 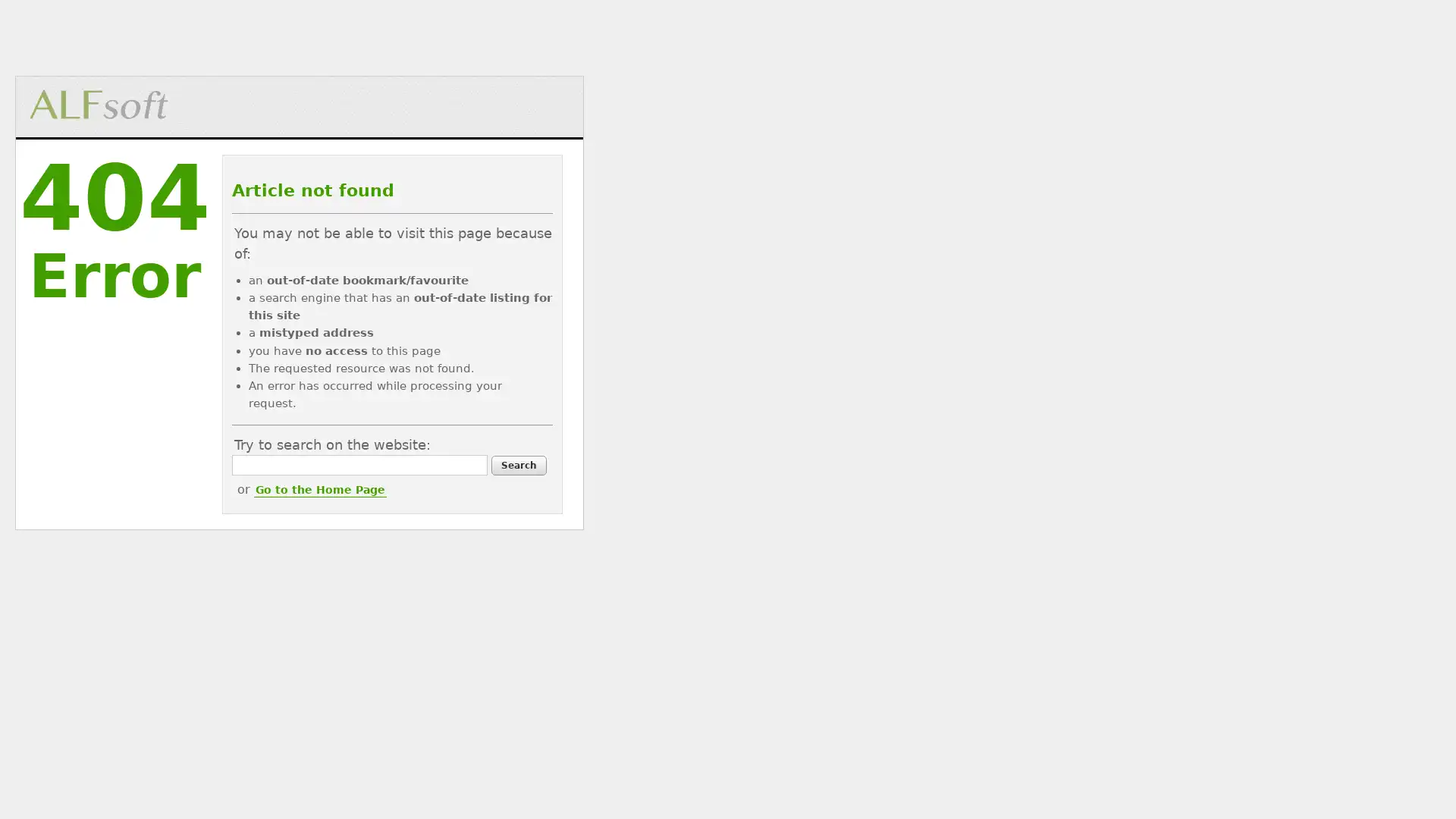 What do you see at coordinates (518, 464) in the screenshot?
I see `Search` at bounding box center [518, 464].